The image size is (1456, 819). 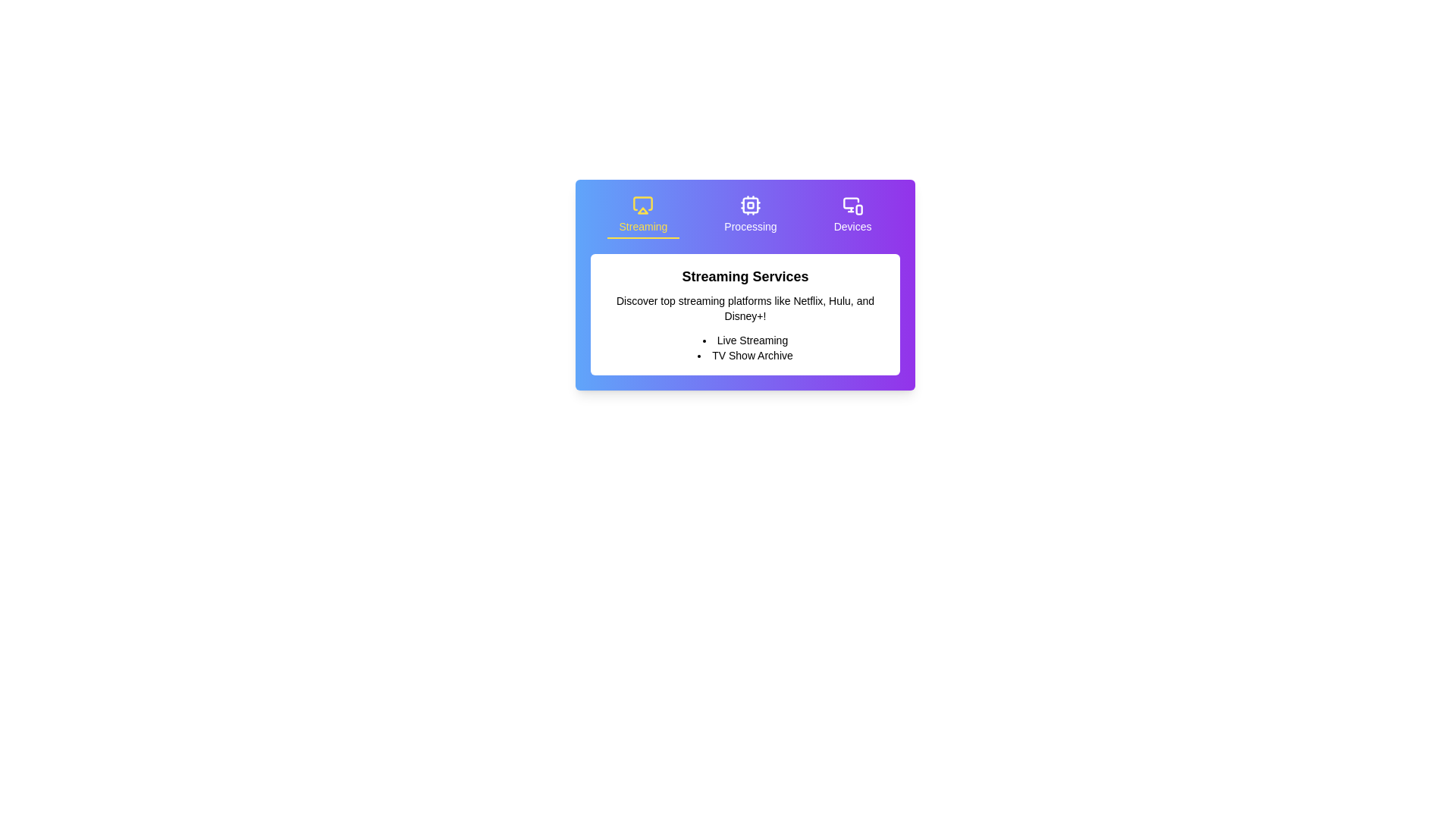 I want to click on the menu item for 'Devices' located at the top-right corner of the card interface, so click(x=852, y=214).